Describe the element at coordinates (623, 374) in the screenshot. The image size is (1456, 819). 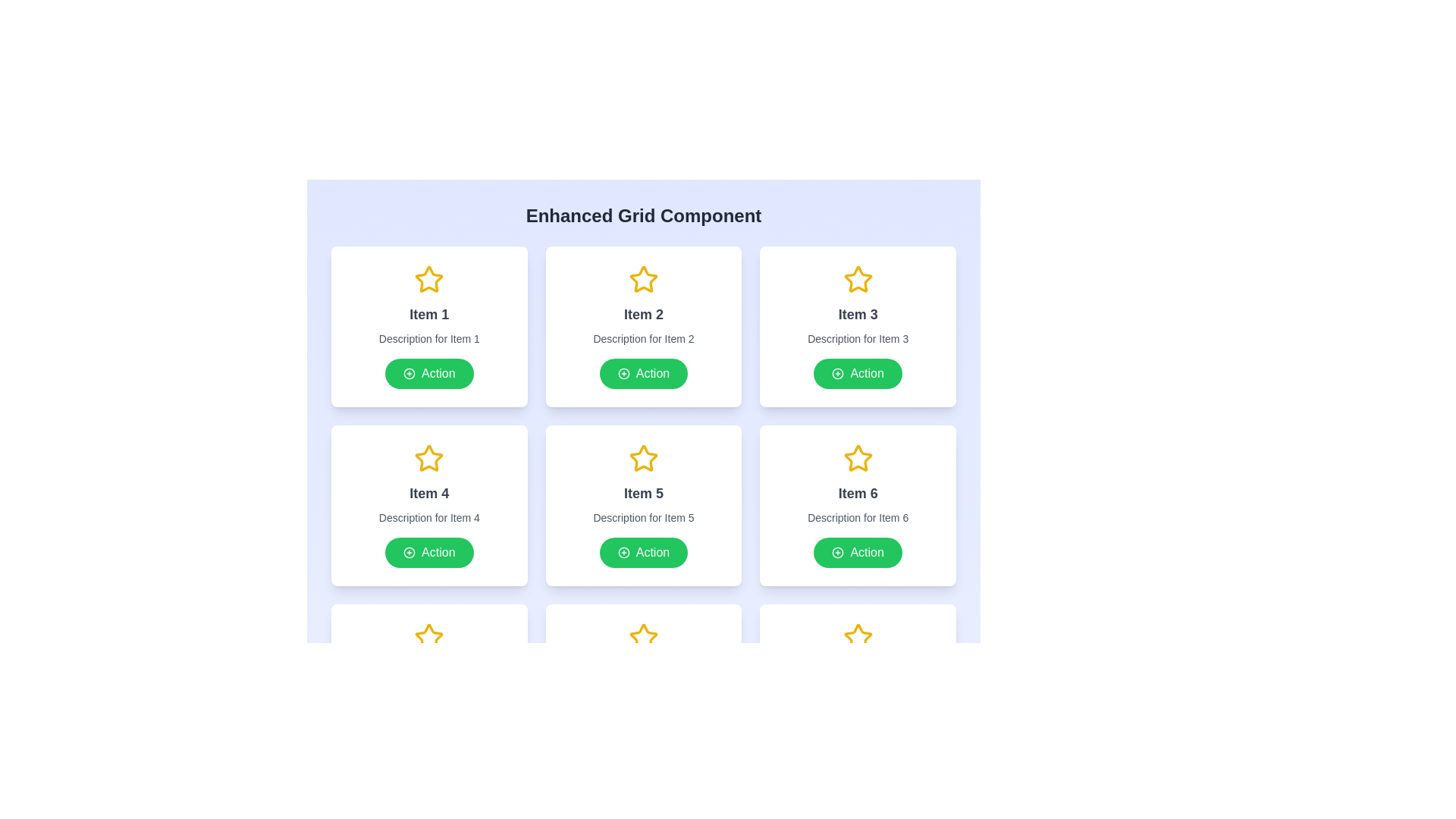
I see `the small circular icon with a plus sign located in the center of the green 'Action' button in the second card labeled 'Item 2'` at that location.